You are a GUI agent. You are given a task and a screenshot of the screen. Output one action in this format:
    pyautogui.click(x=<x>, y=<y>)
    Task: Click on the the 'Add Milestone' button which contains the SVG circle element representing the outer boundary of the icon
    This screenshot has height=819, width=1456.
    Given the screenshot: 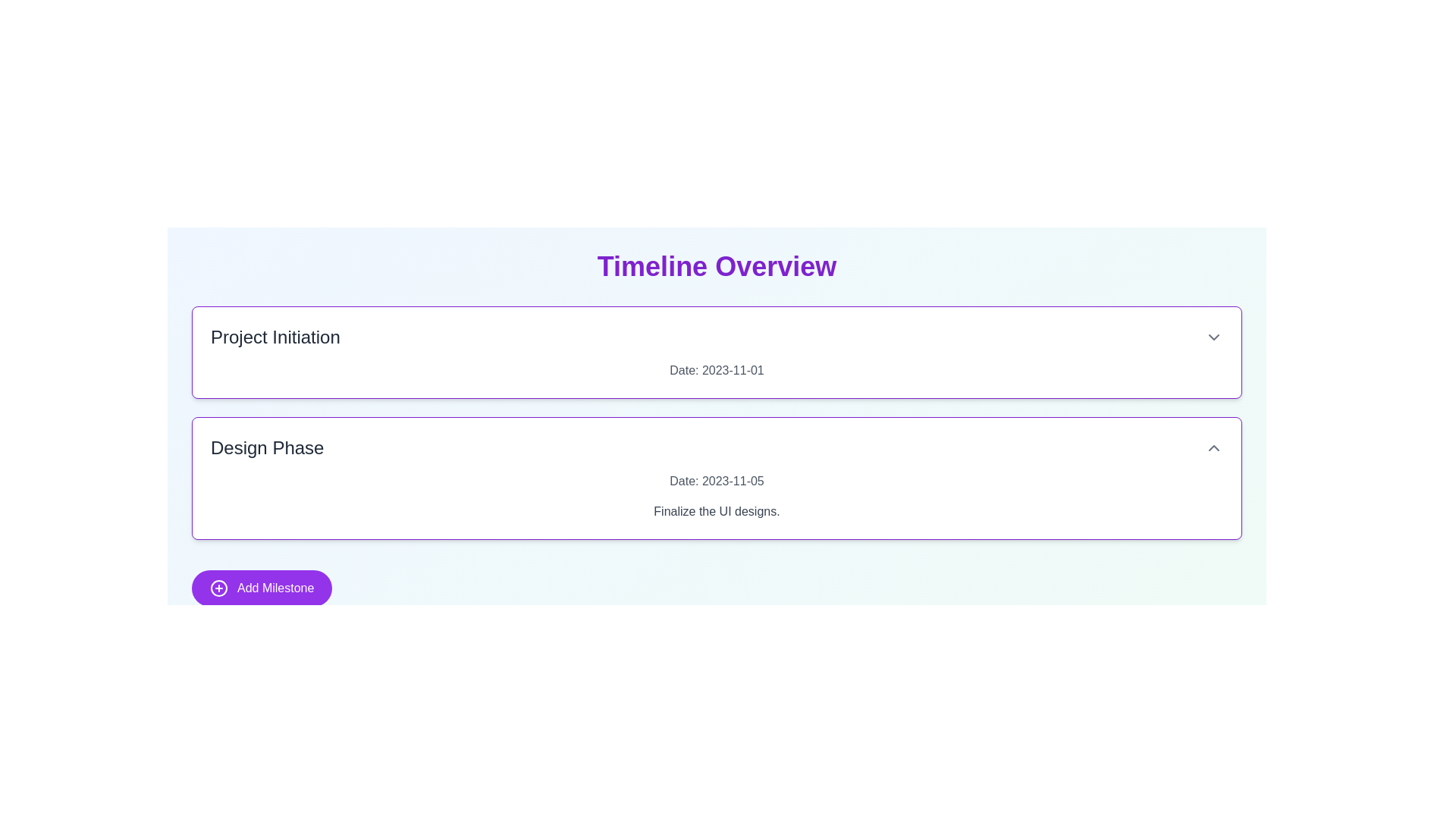 What is the action you would take?
    pyautogui.click(x=218, y=587)
    